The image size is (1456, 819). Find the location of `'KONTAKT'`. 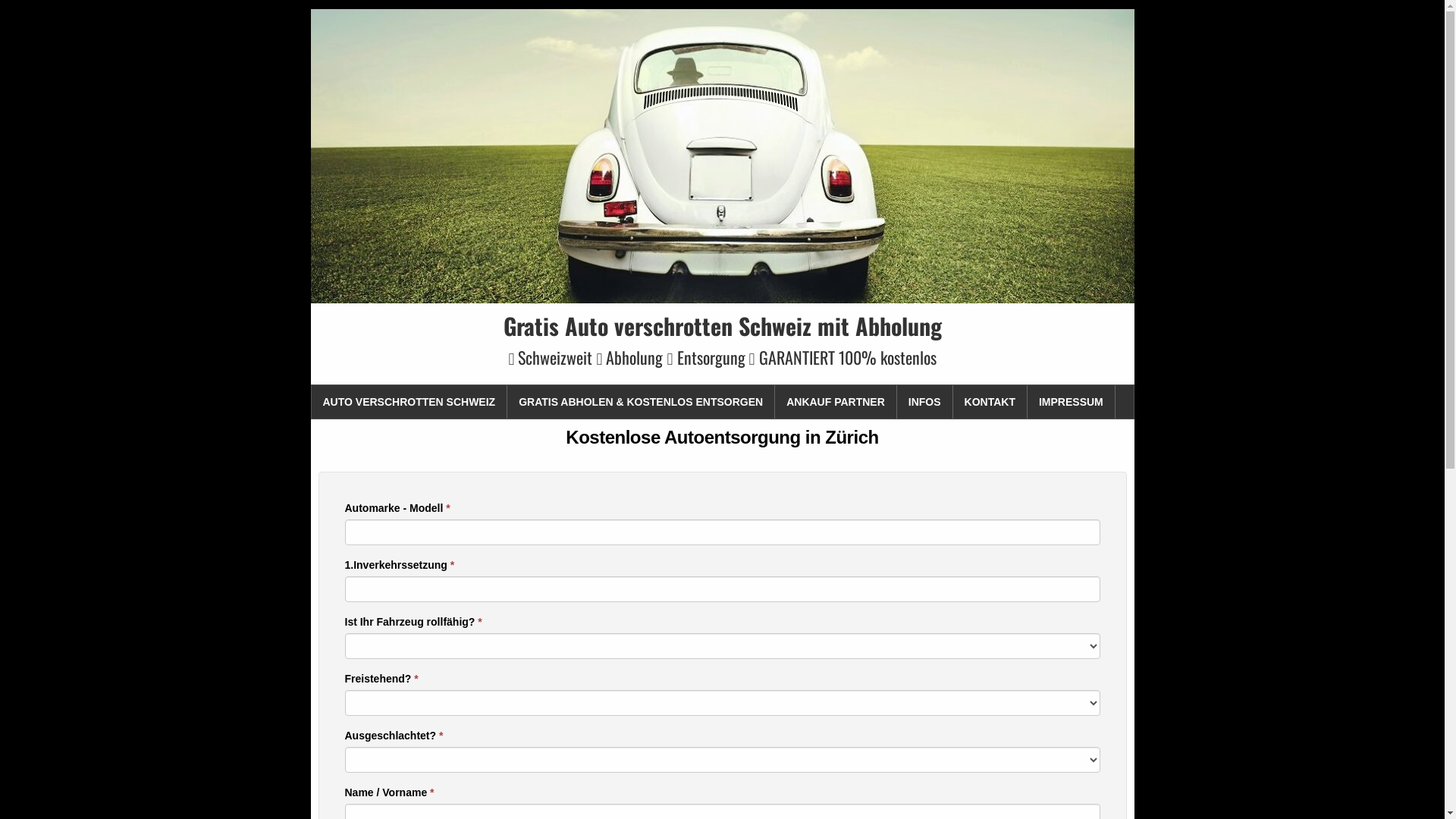

'KONTAKT' is located at coordinates (990, 400).